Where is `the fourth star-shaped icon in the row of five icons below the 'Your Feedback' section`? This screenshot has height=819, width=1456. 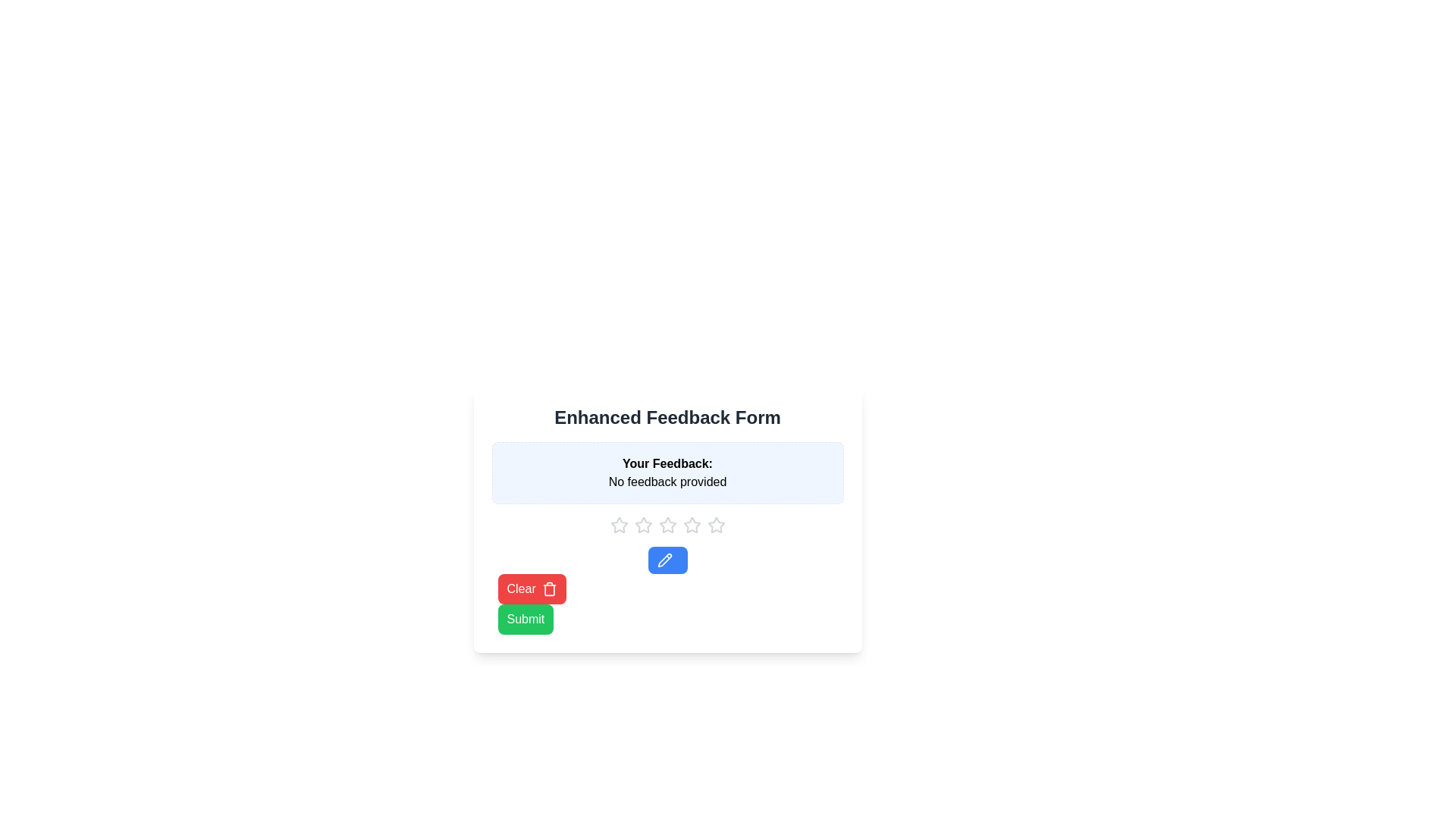 the fourth star-shaped icon in the row of five icons below the 'Your Feedback' section is located at coordinates (667, 525).